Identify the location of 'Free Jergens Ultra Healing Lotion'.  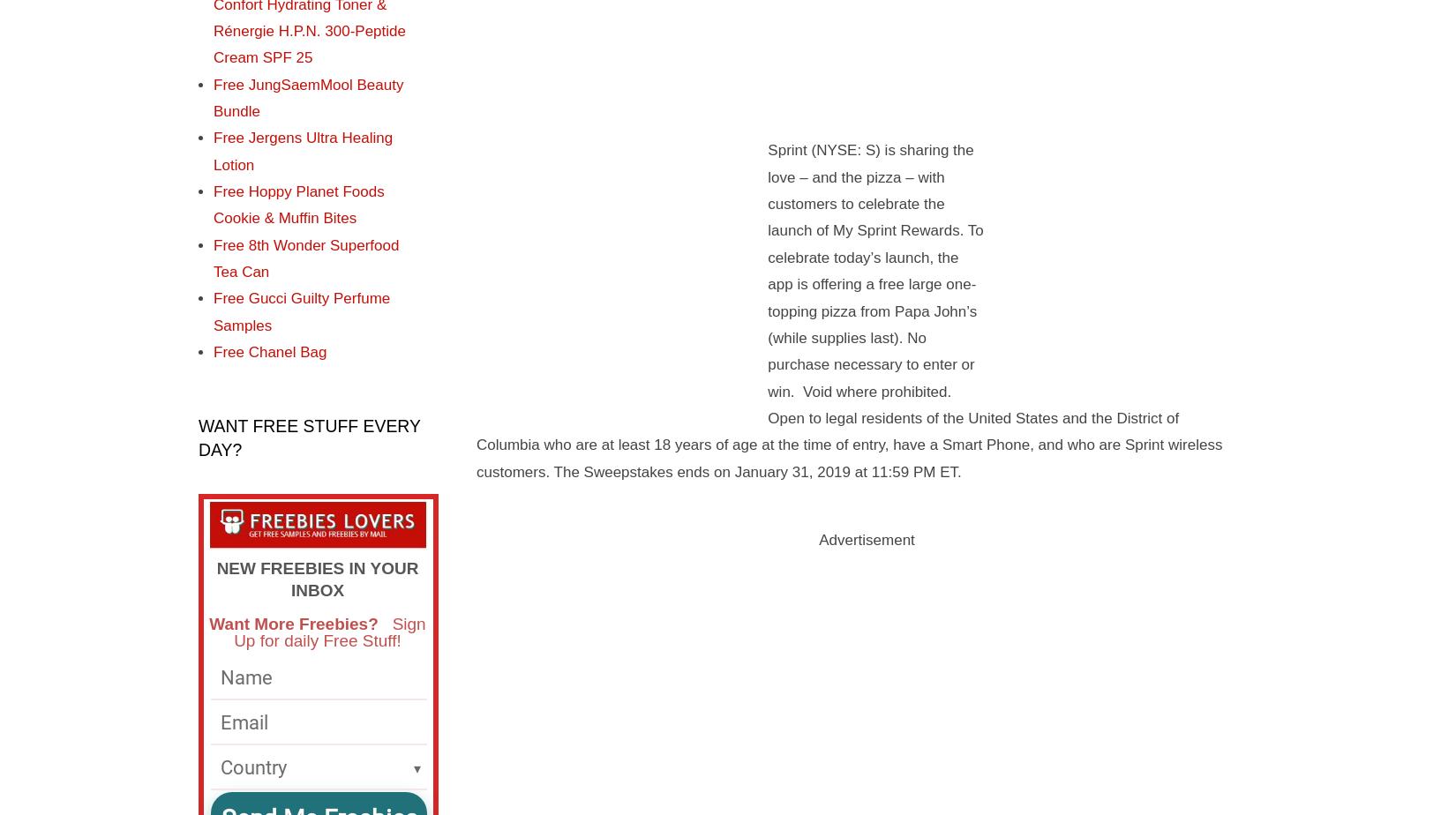
(214, 151).